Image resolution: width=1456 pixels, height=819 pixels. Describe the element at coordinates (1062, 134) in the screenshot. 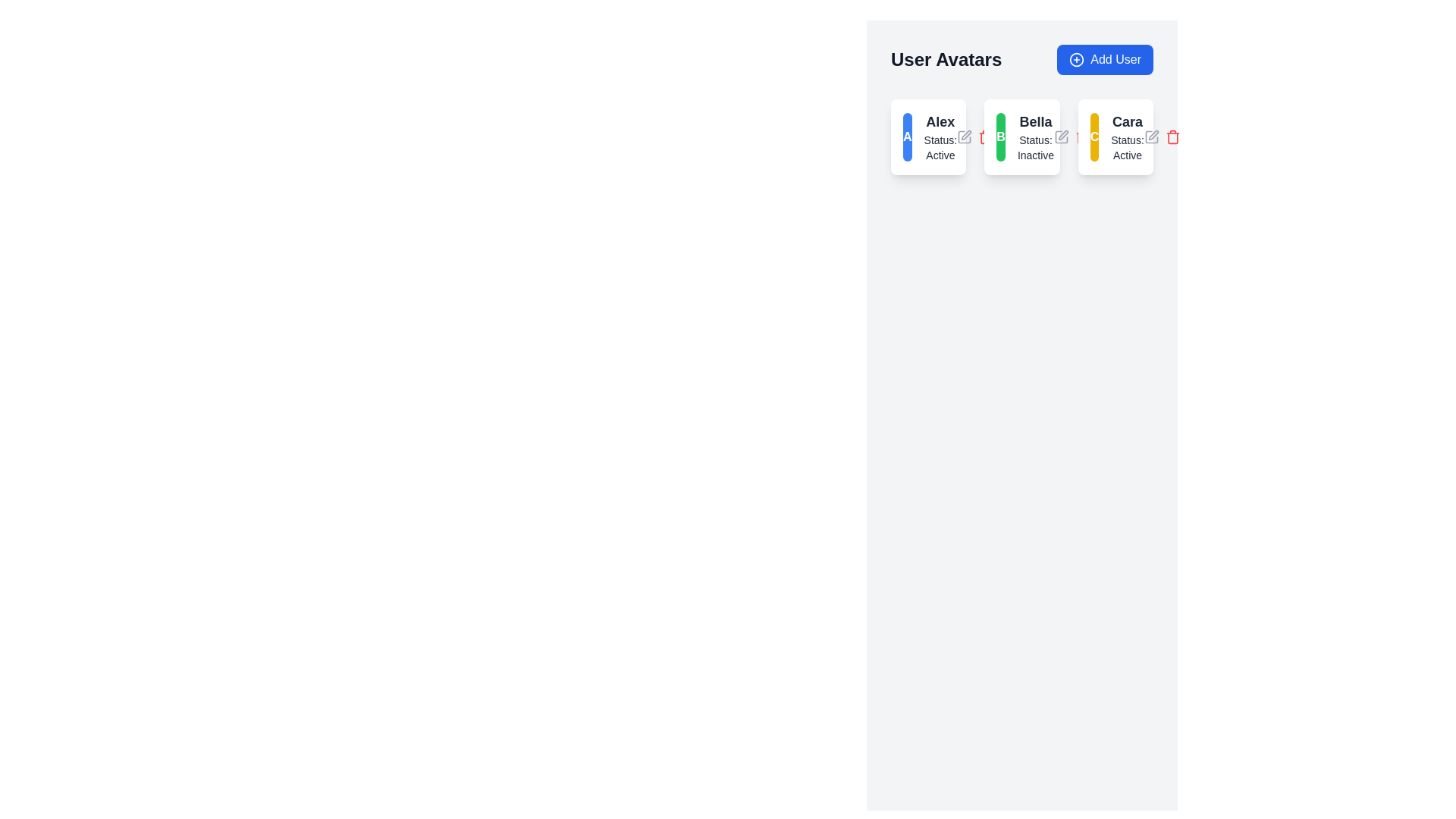

I see `the edit button icon located in the top-right corner of Bella's user card, adjacent to their name and status information` at that location.